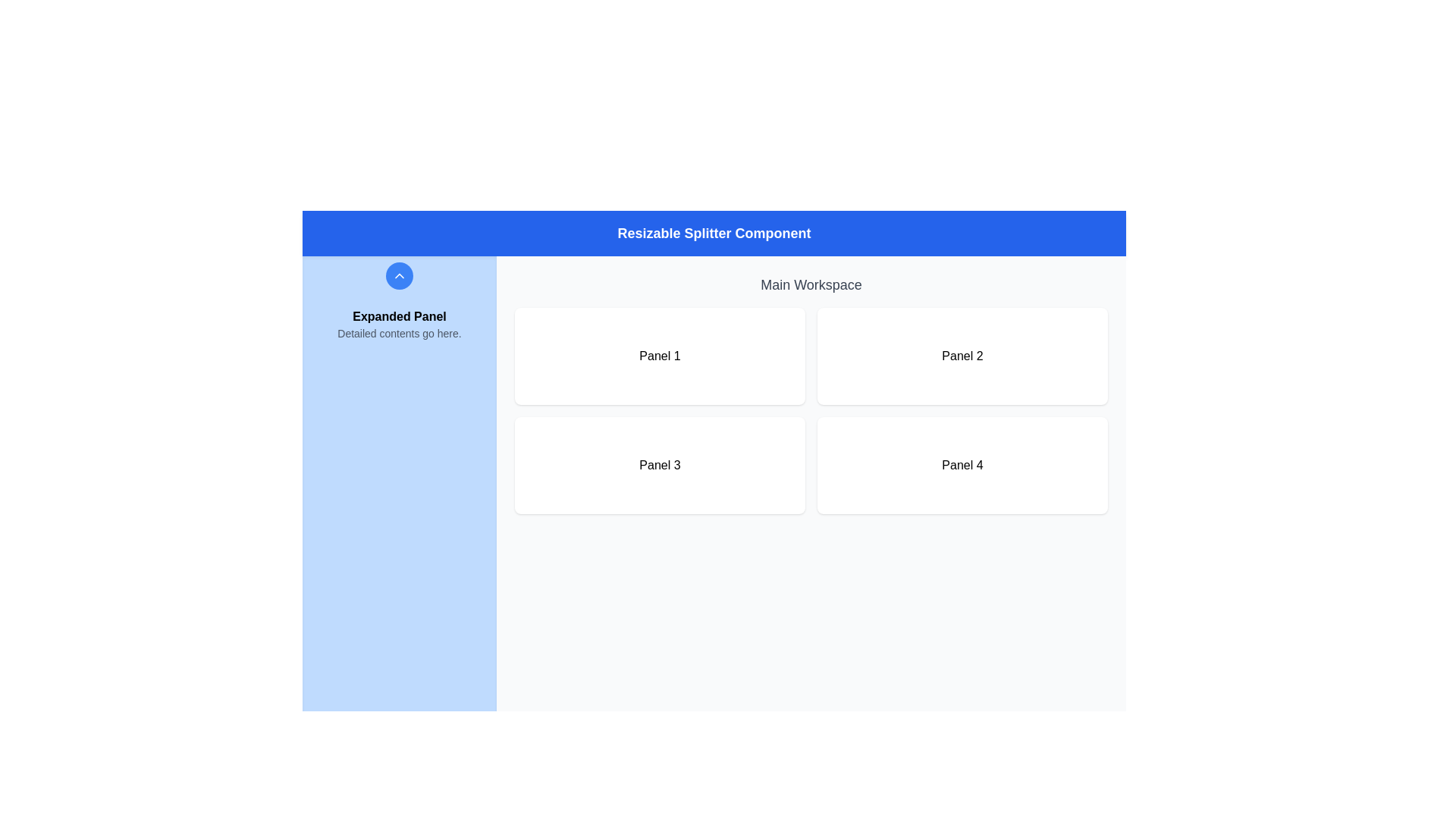 The height and width of the screenshot is (819, 1456). I want to click on the light gray text label displaying 'Detailed contents go here.' located in the blue sidebar panel under the 'Expanded Panel' header, so click(400, 332).